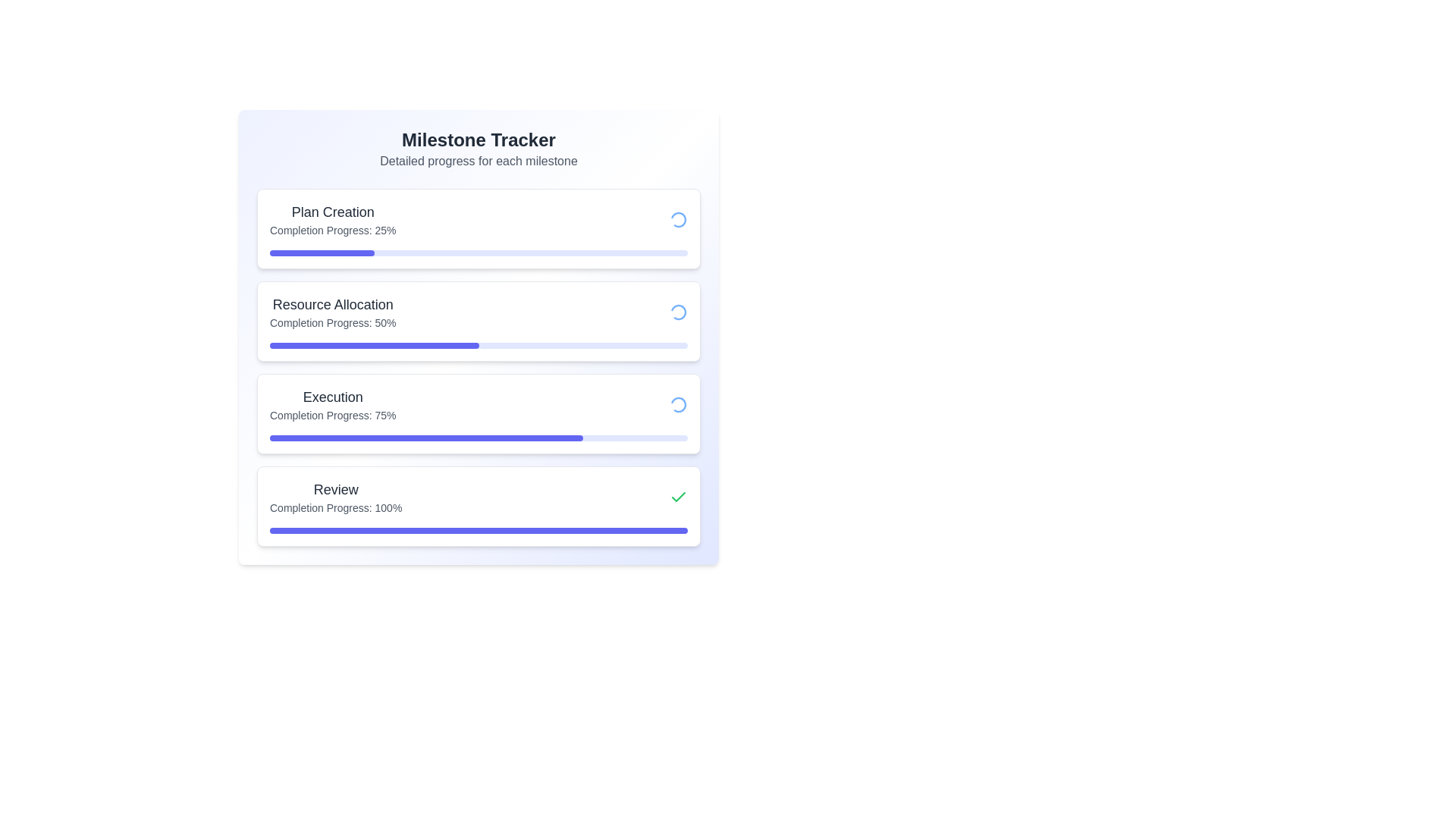  I want to click on the second Informational Card that displays progress information for the 'Resource Allocation' milestone, located in the middle of the interface, so click(478, 321).